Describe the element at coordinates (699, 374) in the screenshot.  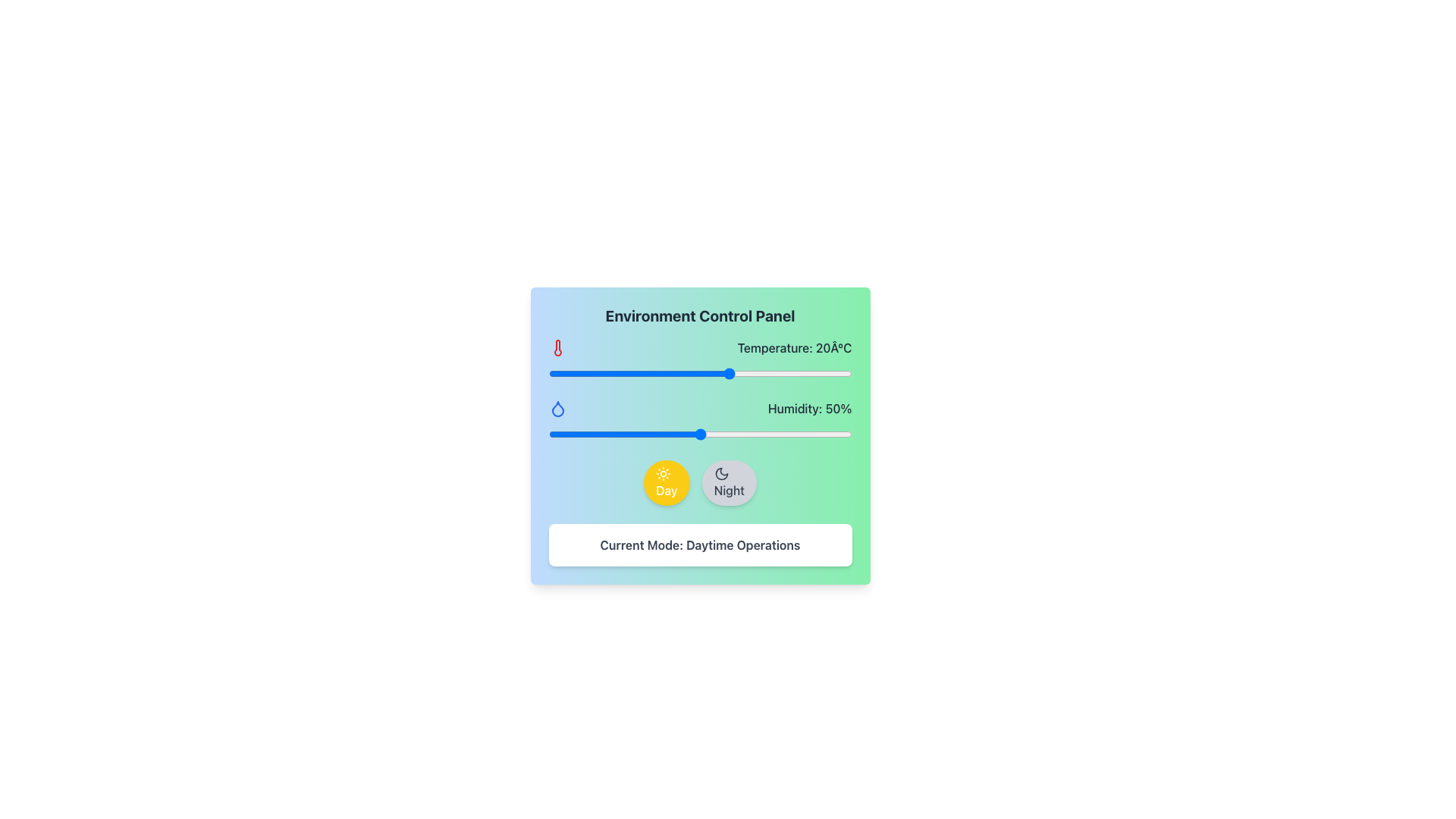
I see `the handle of the Range slider for adjusting the temperature, which has a red gradient track and is labeled 'Temperature: 20°C'` at that location.